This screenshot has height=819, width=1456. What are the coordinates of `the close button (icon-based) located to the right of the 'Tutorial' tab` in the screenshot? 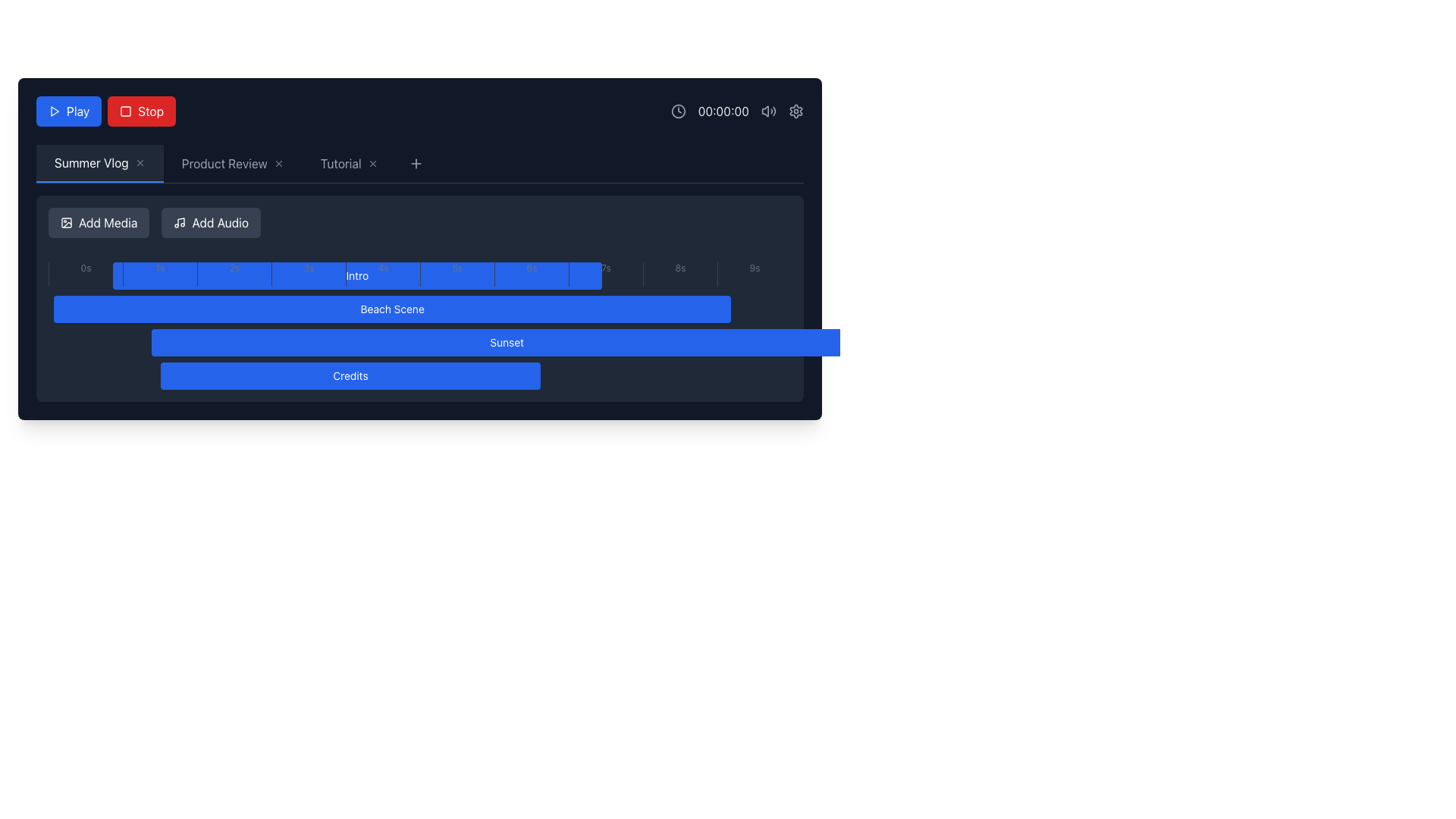 It's located at (372, 164).